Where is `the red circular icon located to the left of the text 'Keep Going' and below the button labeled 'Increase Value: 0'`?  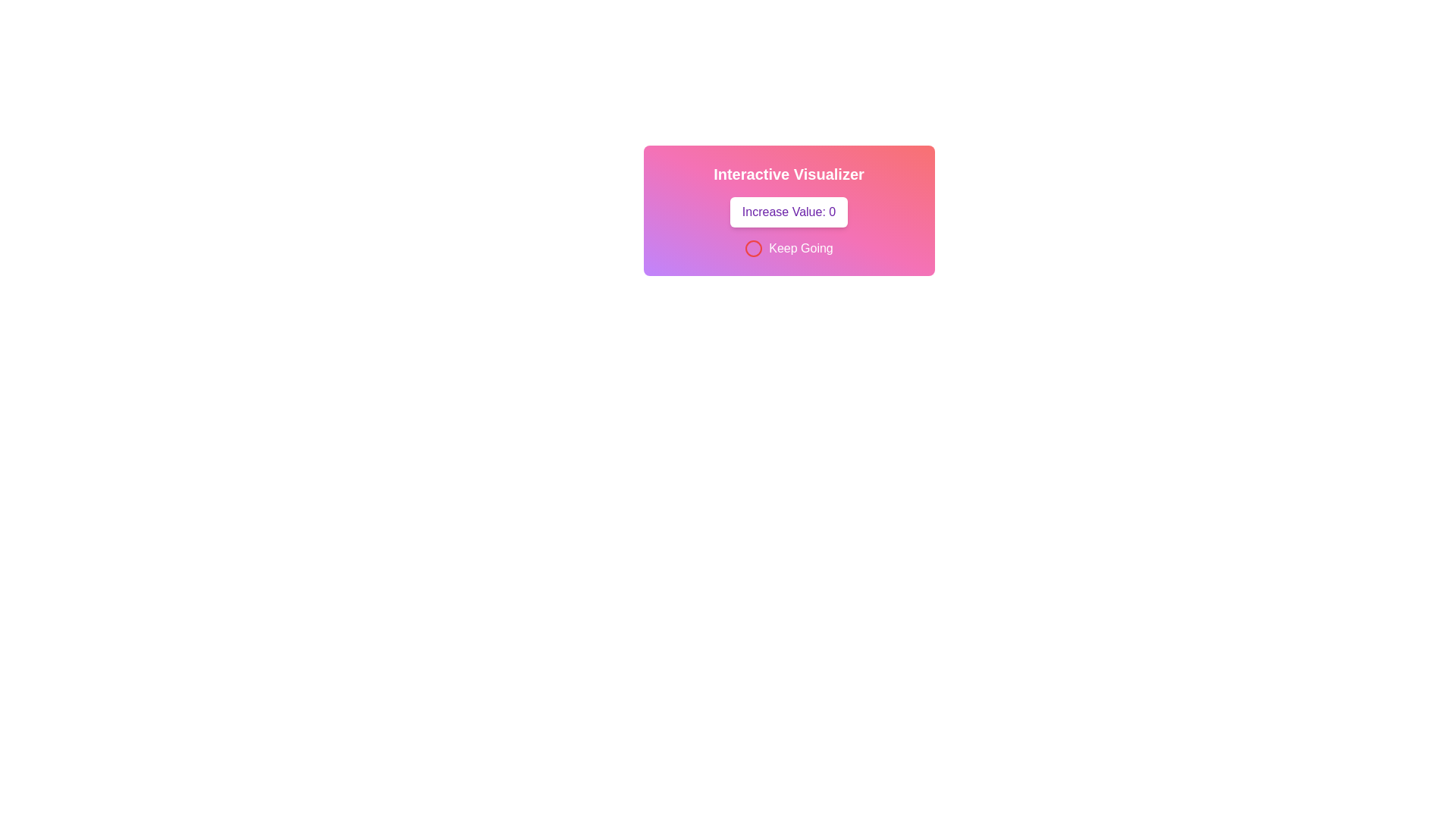 the red circular icon located to the left of the text 'Keep Going' and below the button labeled 'Increase Value: 0' is located at coordinates (754, 247).